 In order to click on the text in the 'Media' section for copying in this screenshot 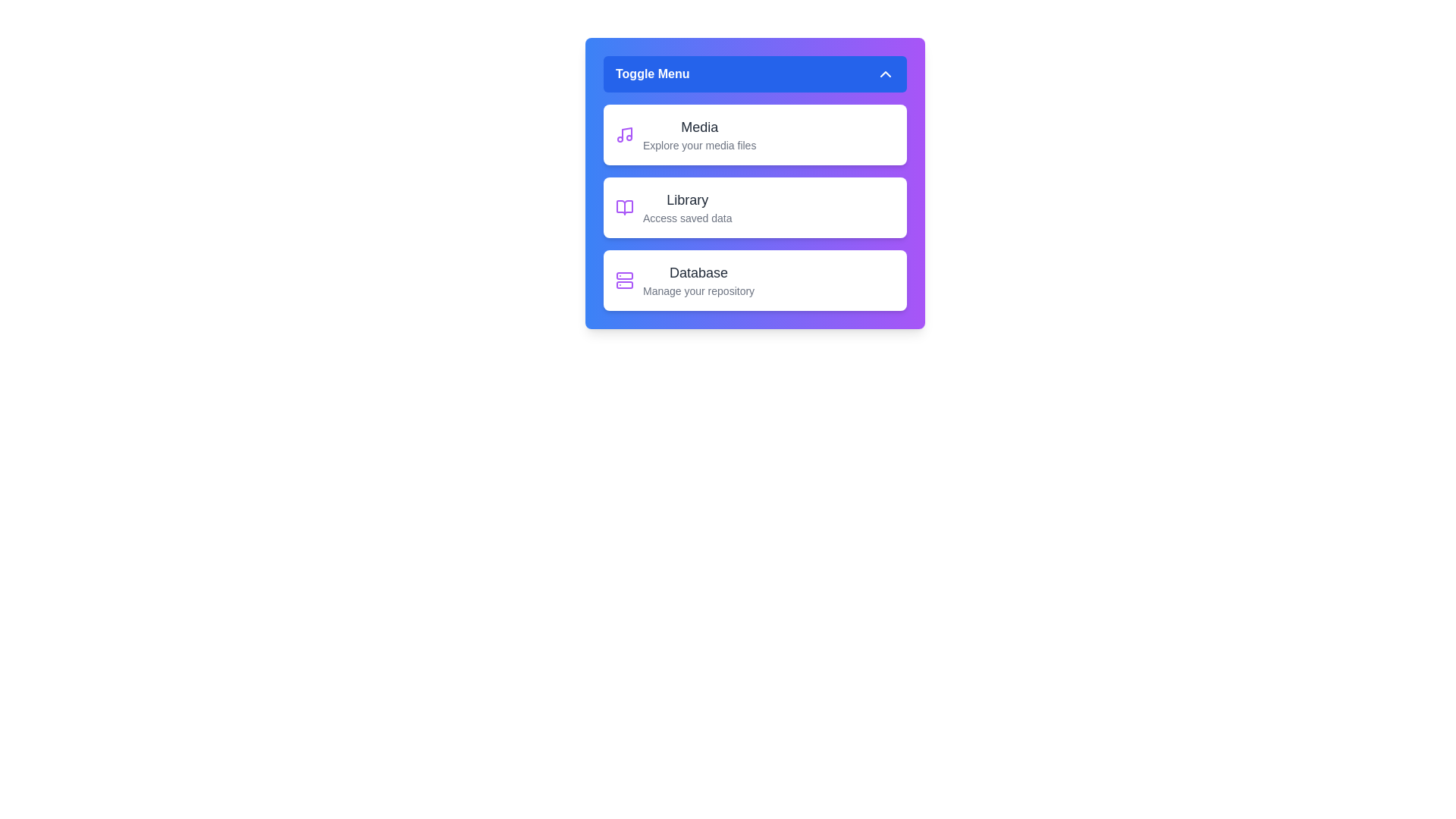, I will do `click(643, 116)`.